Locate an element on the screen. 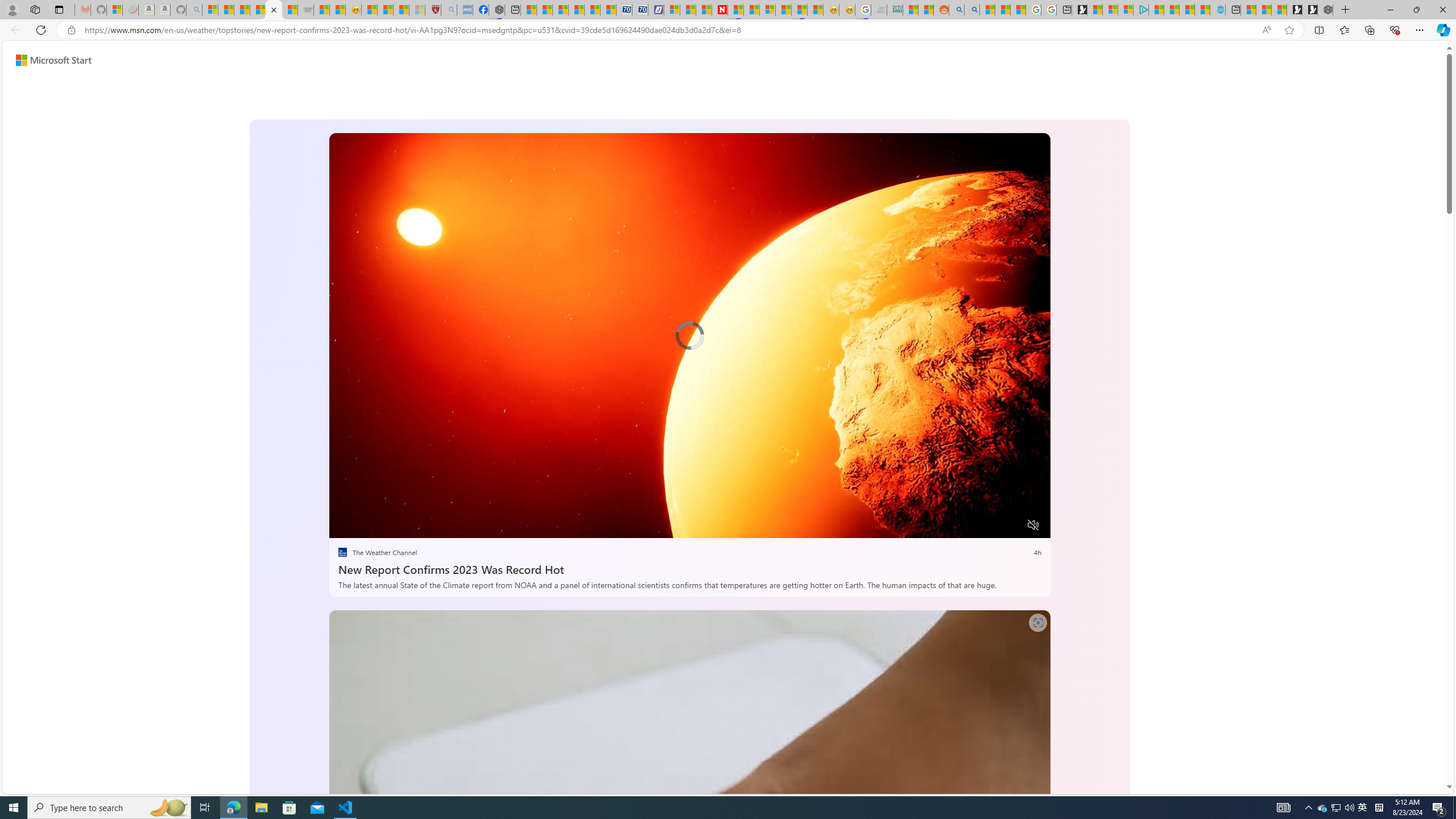  'The Weather Channel - MSN' is located at coordinates (241, 9).